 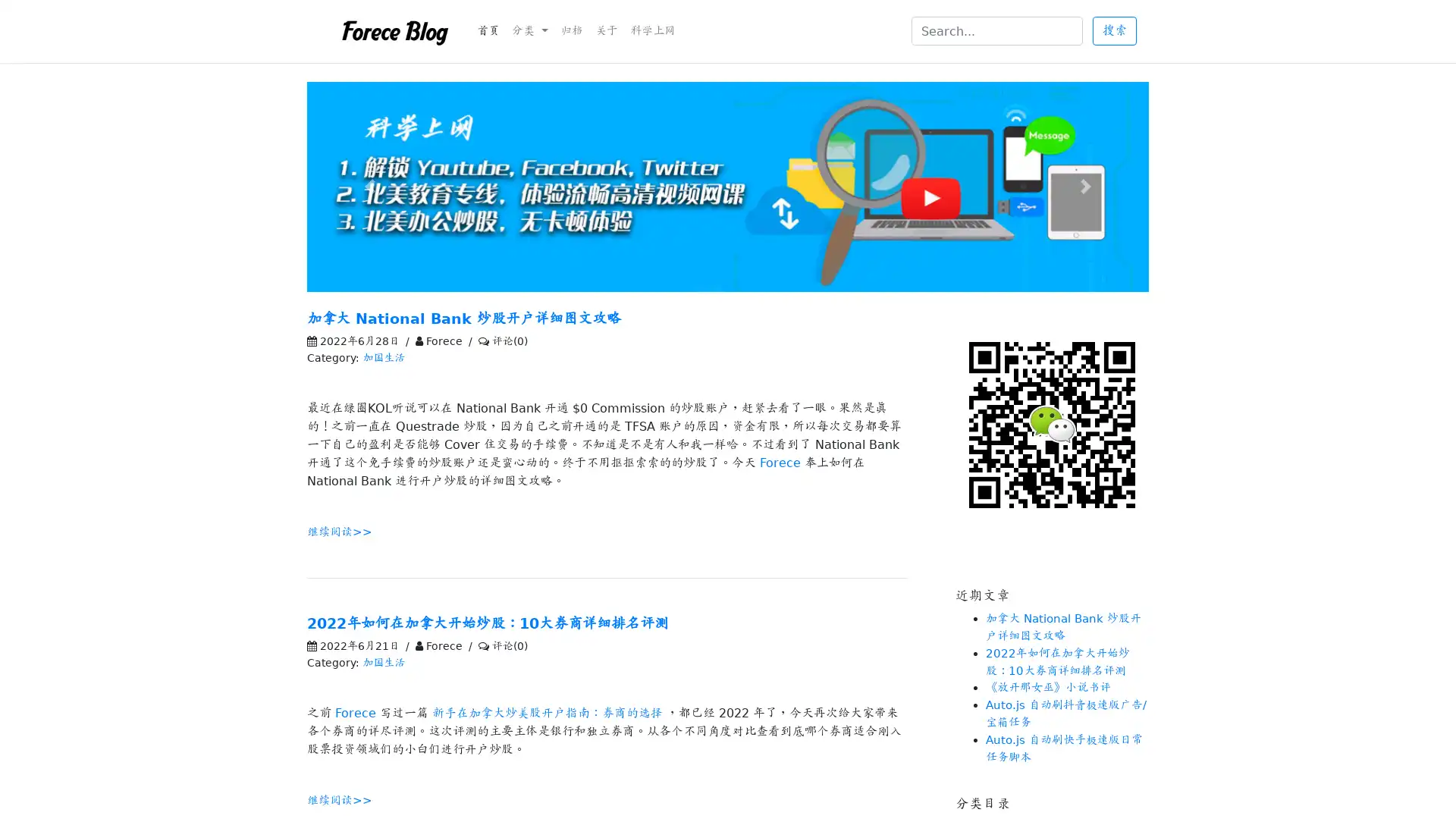 What do you see at coordinates (1084, 186) in the screenshot?
I see `Next` at bounding box center [1084, 186].